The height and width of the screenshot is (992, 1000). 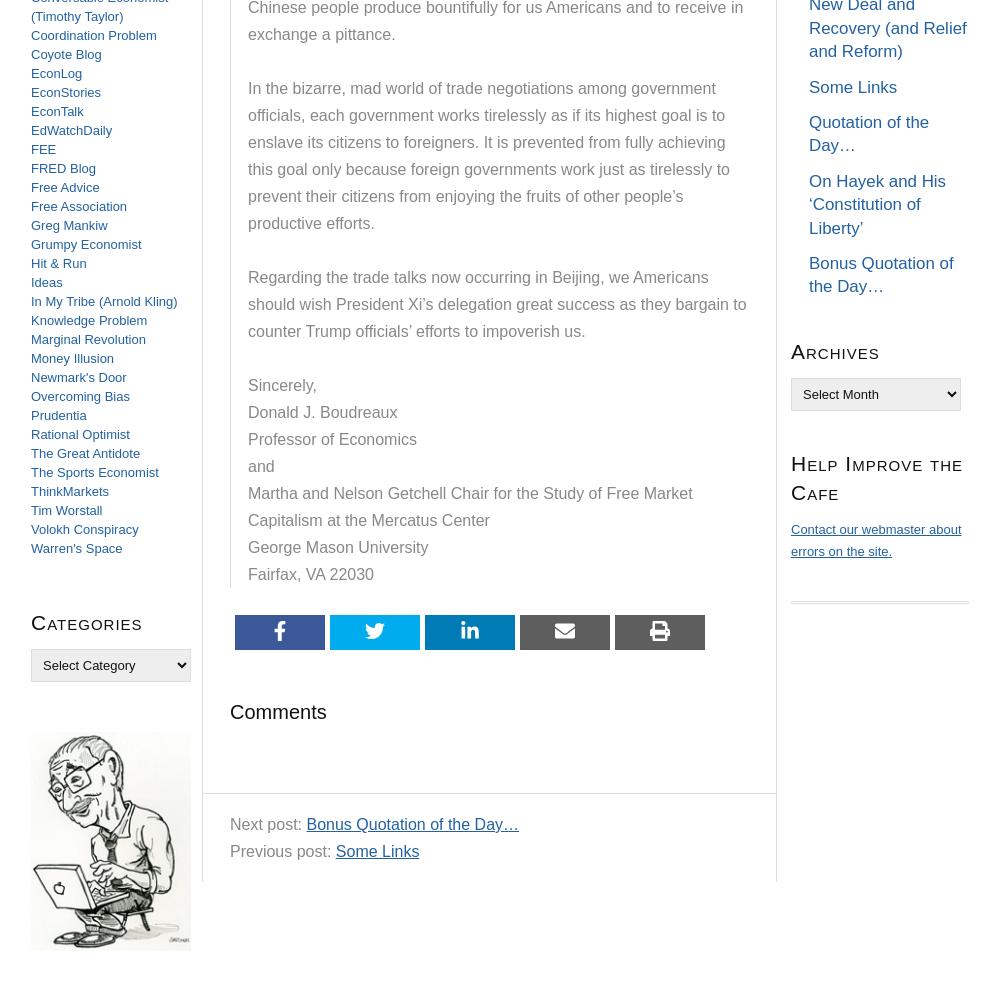 What do you see at coordinates (469, 506) in the screenshot?
I see `'Martha and Nelson Getchell Chair for the Study of Free Market Capitalism at the Mercatus Center'` at bounding box center [469, 506].